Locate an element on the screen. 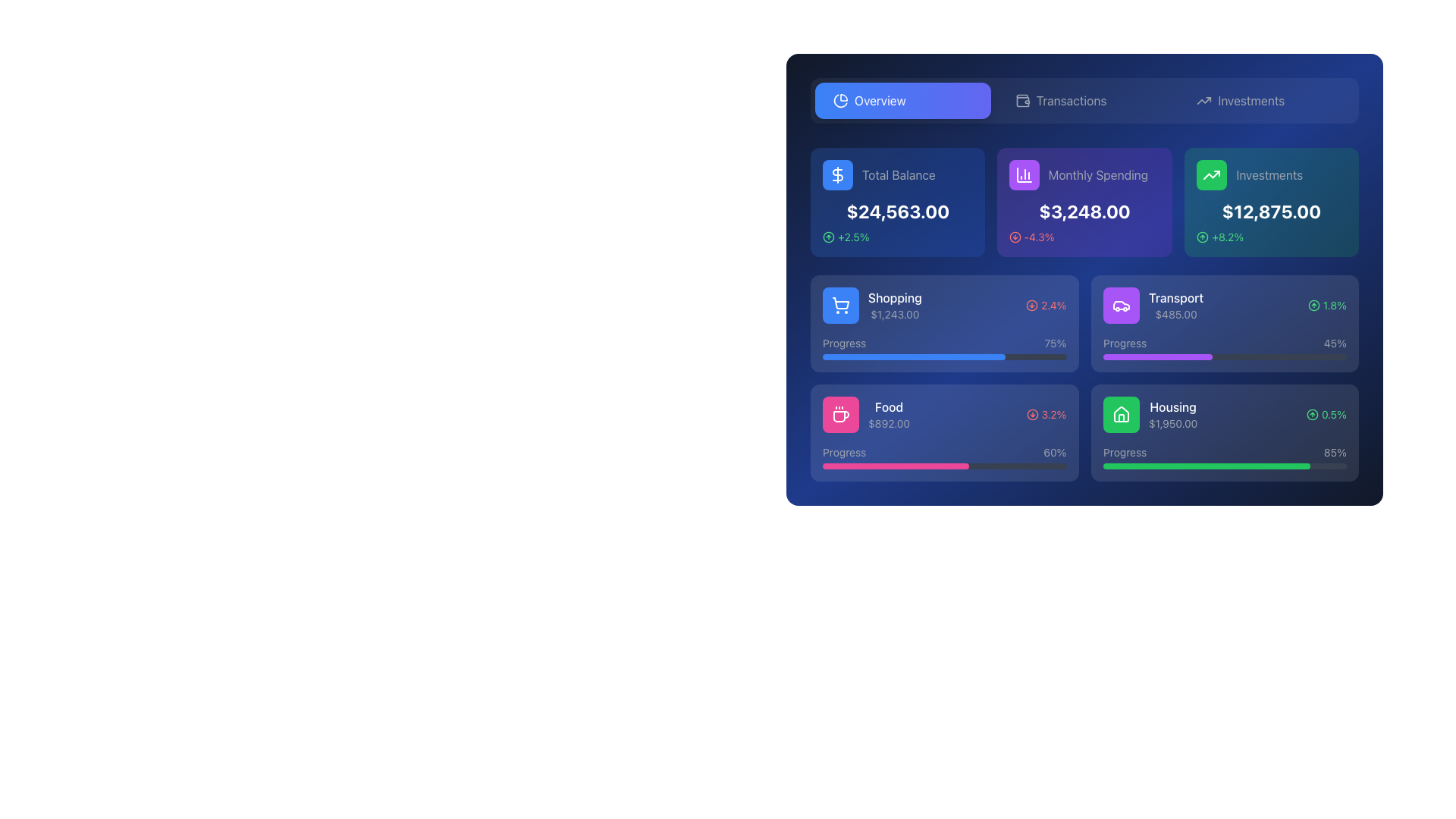  the blue progress bar segment indicating 75% completion within the 'Shopping' widget's progress bar is located at coordinates (913, 356).